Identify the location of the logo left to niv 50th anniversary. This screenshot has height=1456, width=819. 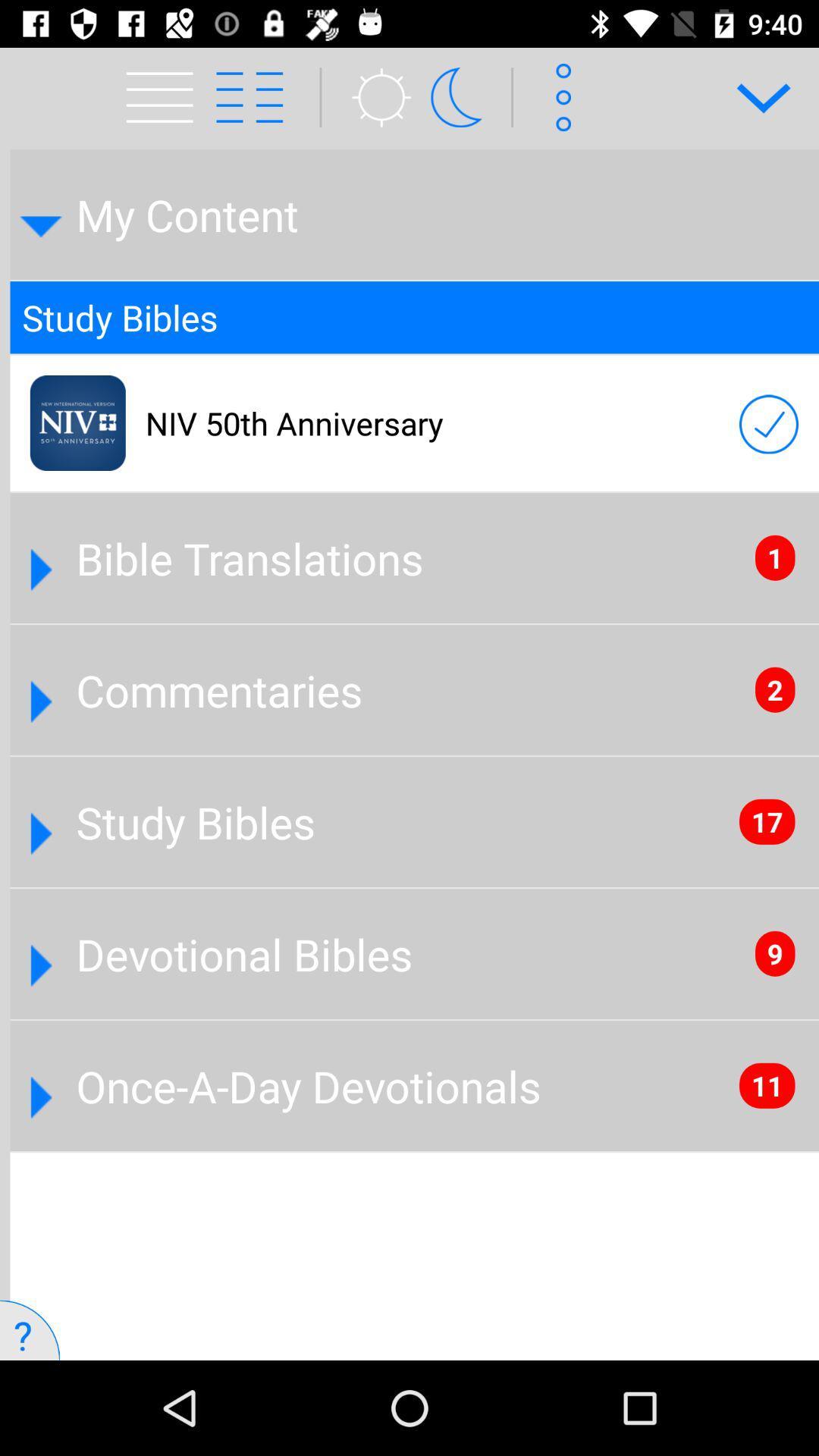
(78, 422).